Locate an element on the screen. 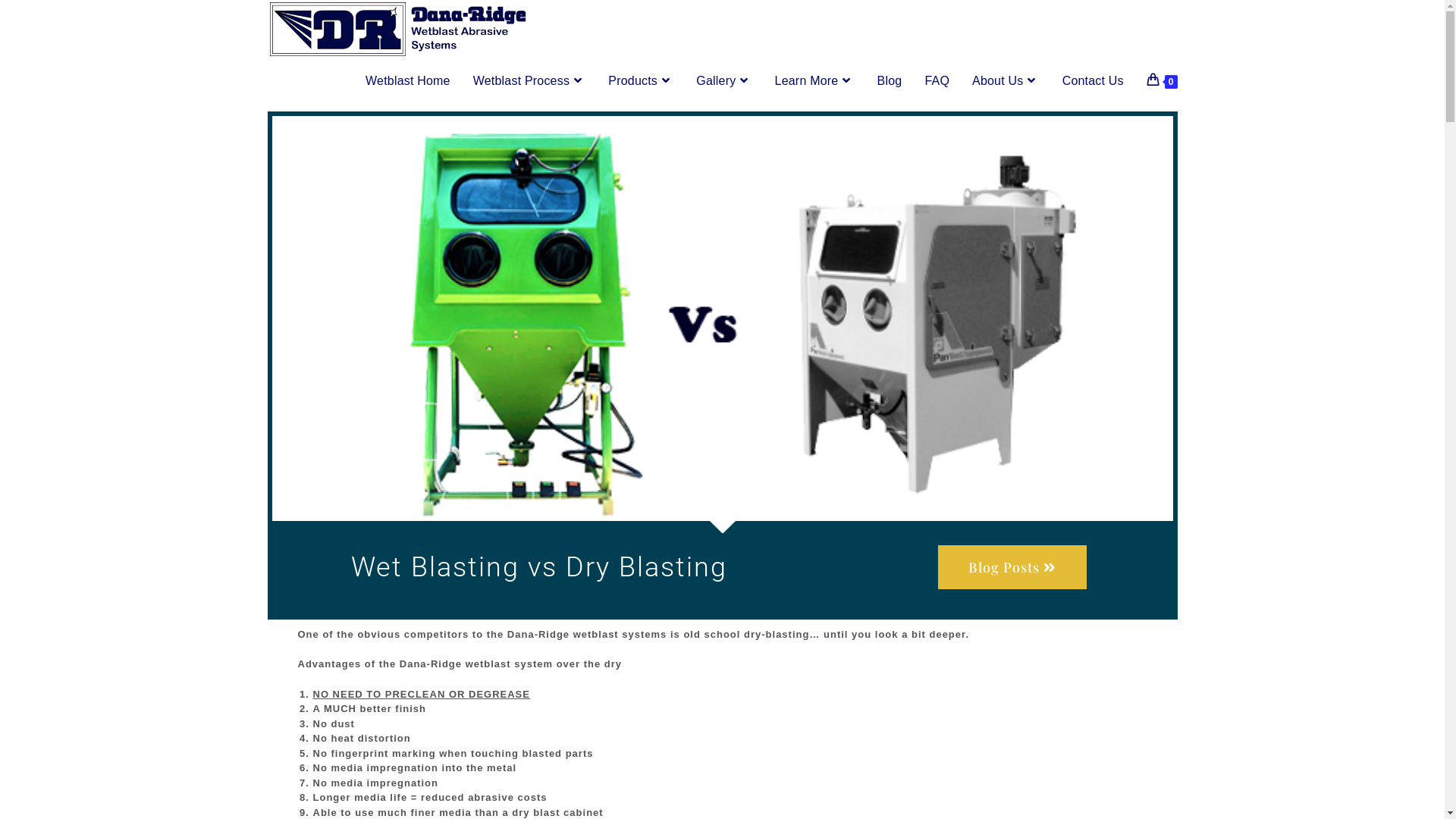 The image size is (1456, 819). 'Products' is located at coordinates (640, 81).